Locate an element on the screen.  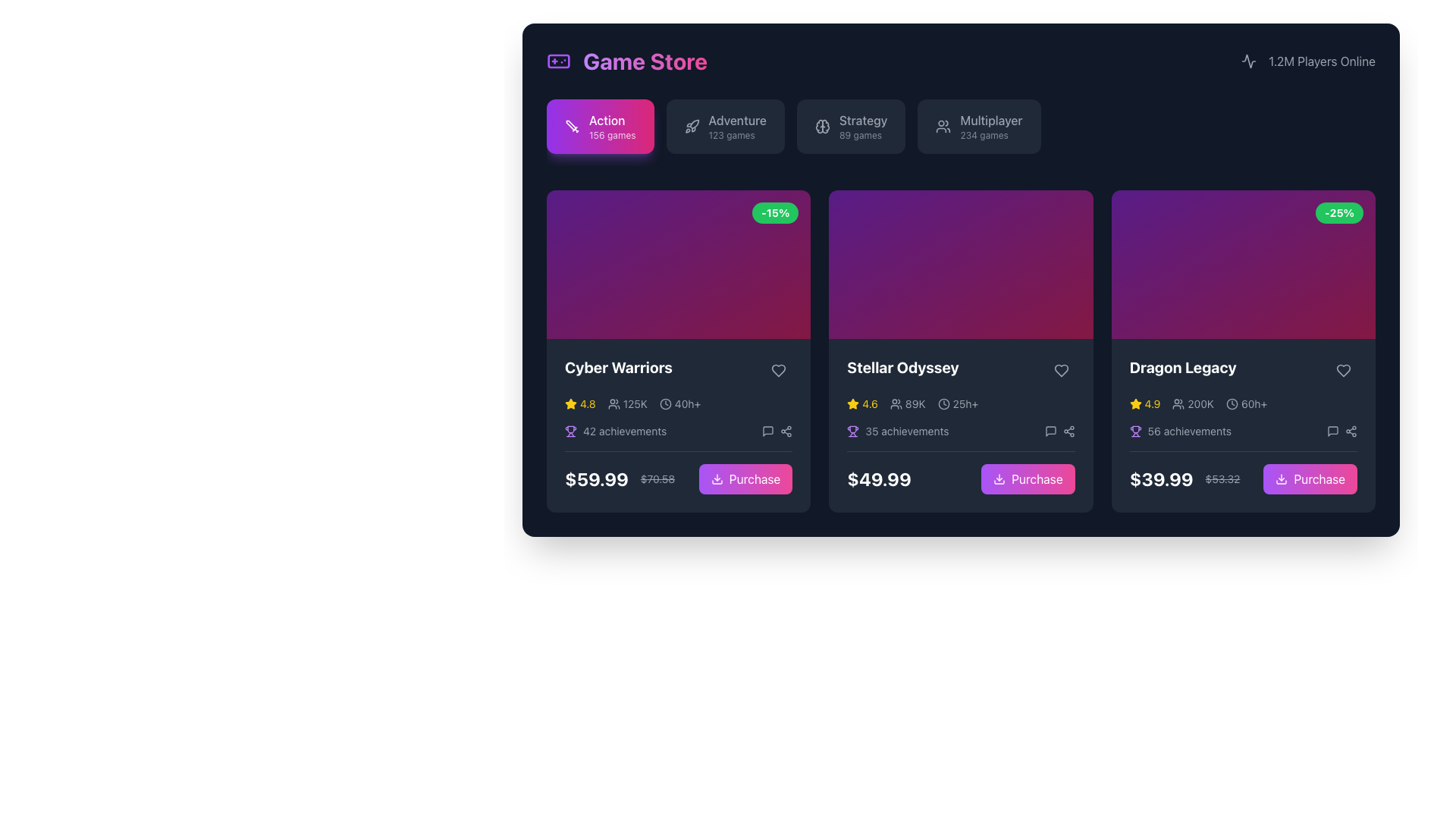
the decorative game icon located in the header section, immediately to the left of the 'Game Store' title is located at coordinates (558, 61).